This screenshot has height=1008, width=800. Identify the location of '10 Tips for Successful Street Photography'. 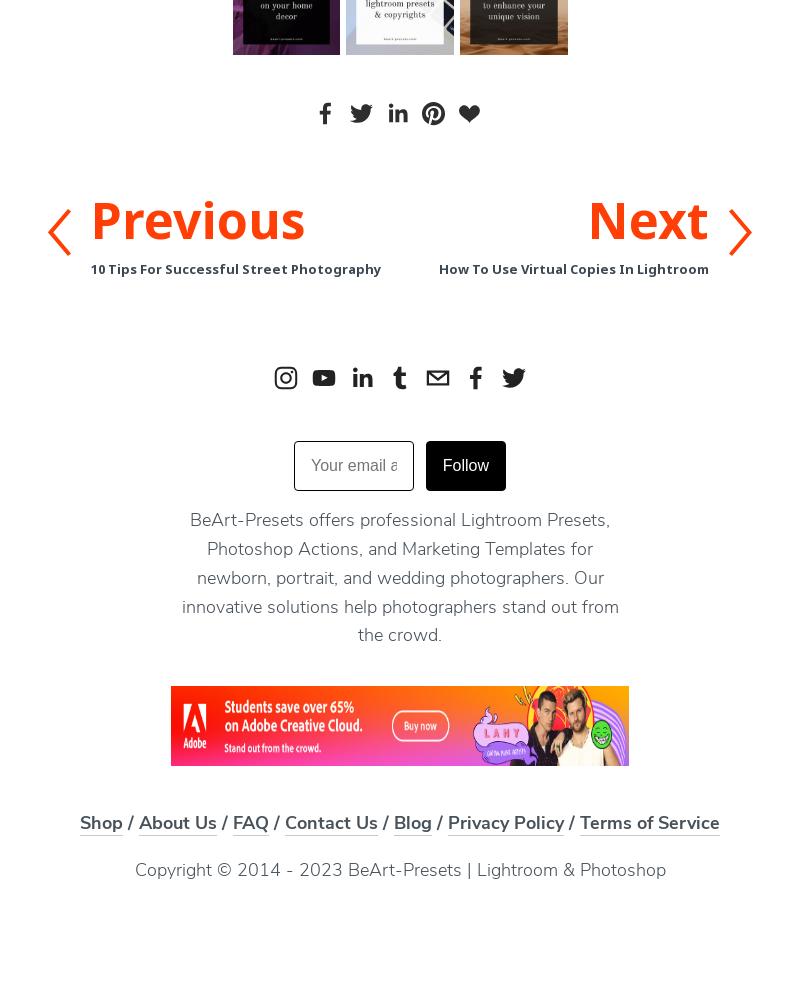
(235, 269).